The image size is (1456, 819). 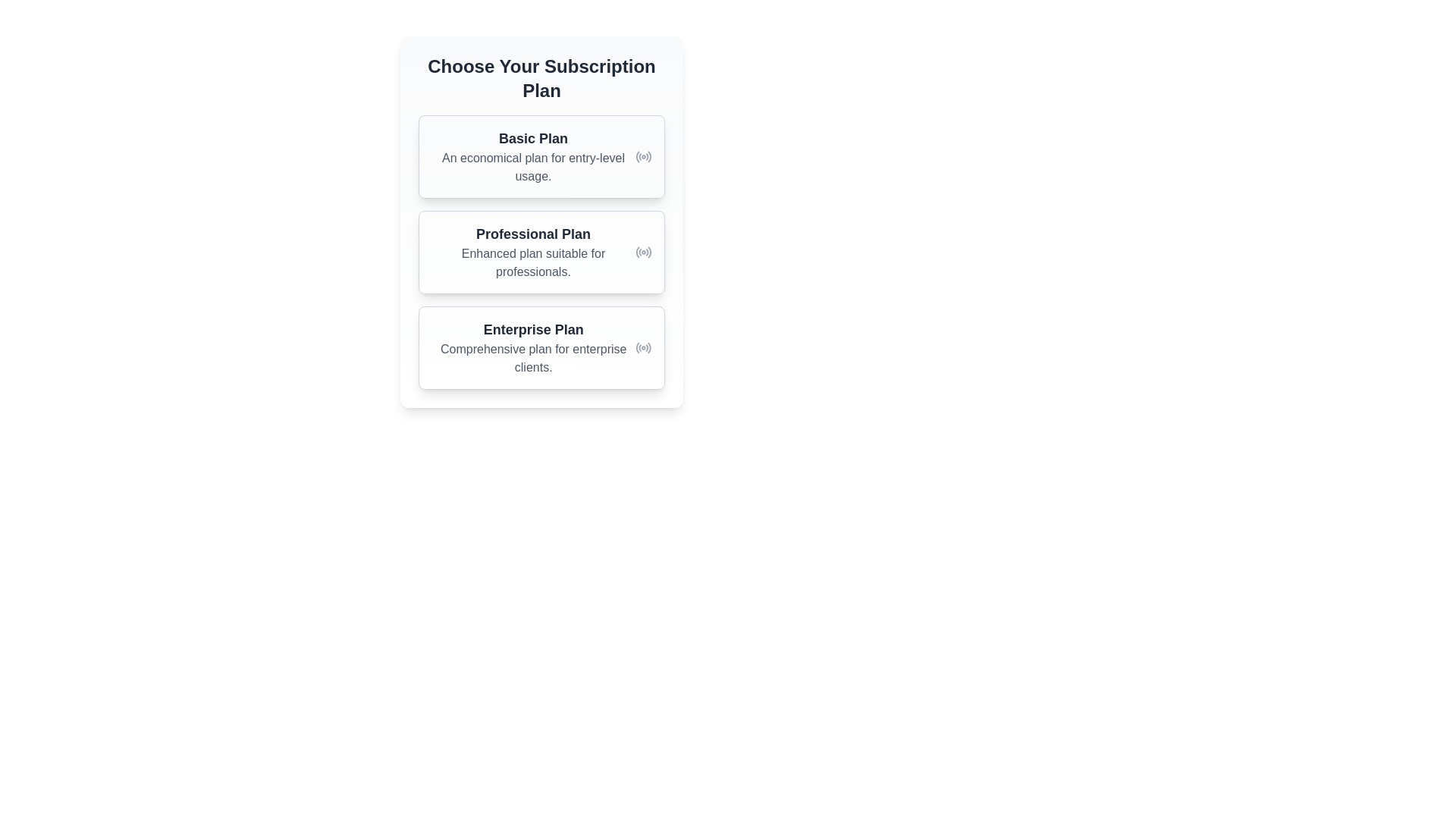 What do you see at coordinates (533, 262) in the screenshot?
I see `the text block that describes the 'Enhanced plan suitable for professionals.' located below the header 'Professional Plan' in the subscription plan listing interface` at bounding box center [533, 262].